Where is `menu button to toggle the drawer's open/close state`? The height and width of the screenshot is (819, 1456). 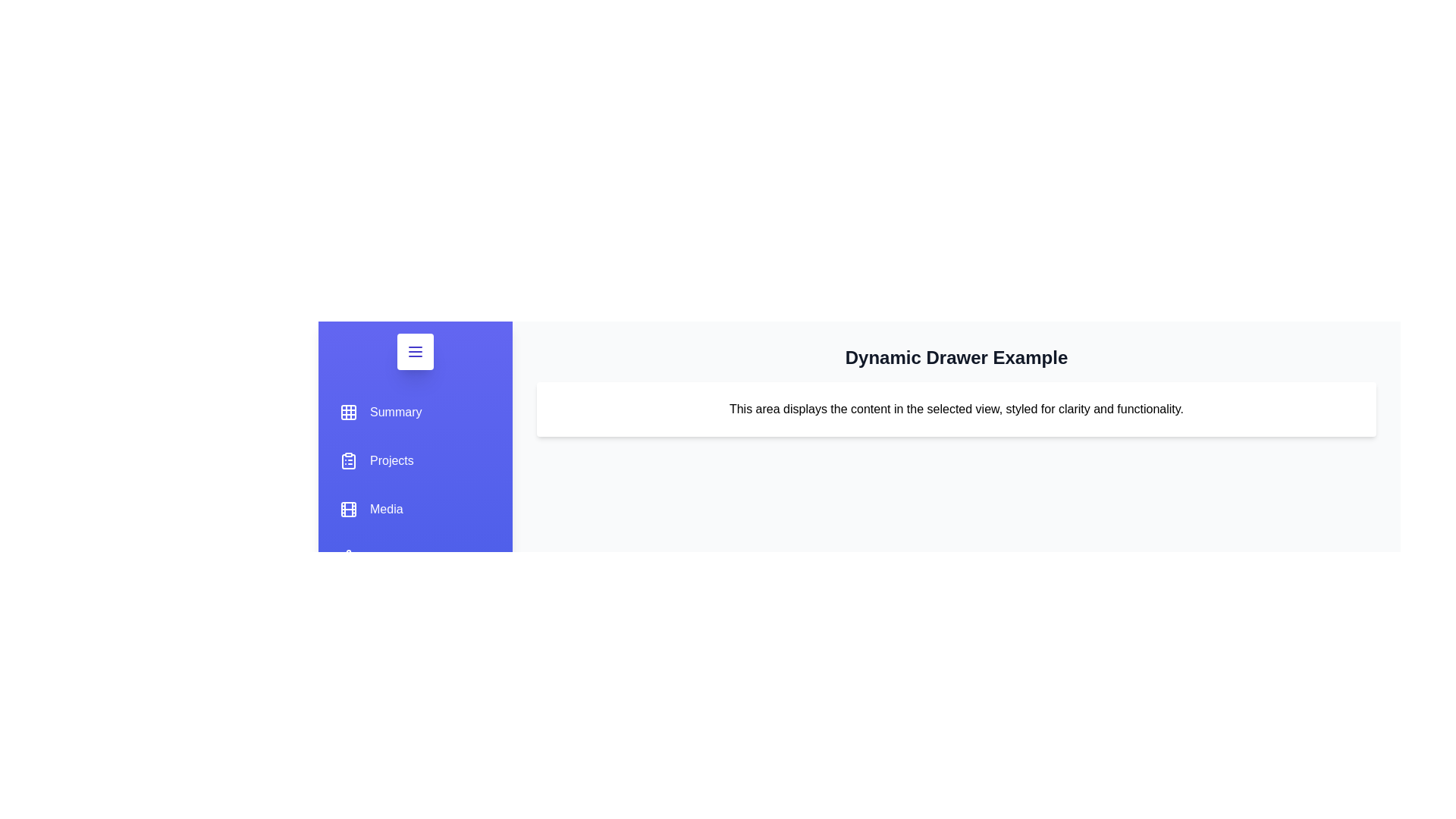 menu button to toggle the drawer's open/close state is located at coordinates (415, 351).